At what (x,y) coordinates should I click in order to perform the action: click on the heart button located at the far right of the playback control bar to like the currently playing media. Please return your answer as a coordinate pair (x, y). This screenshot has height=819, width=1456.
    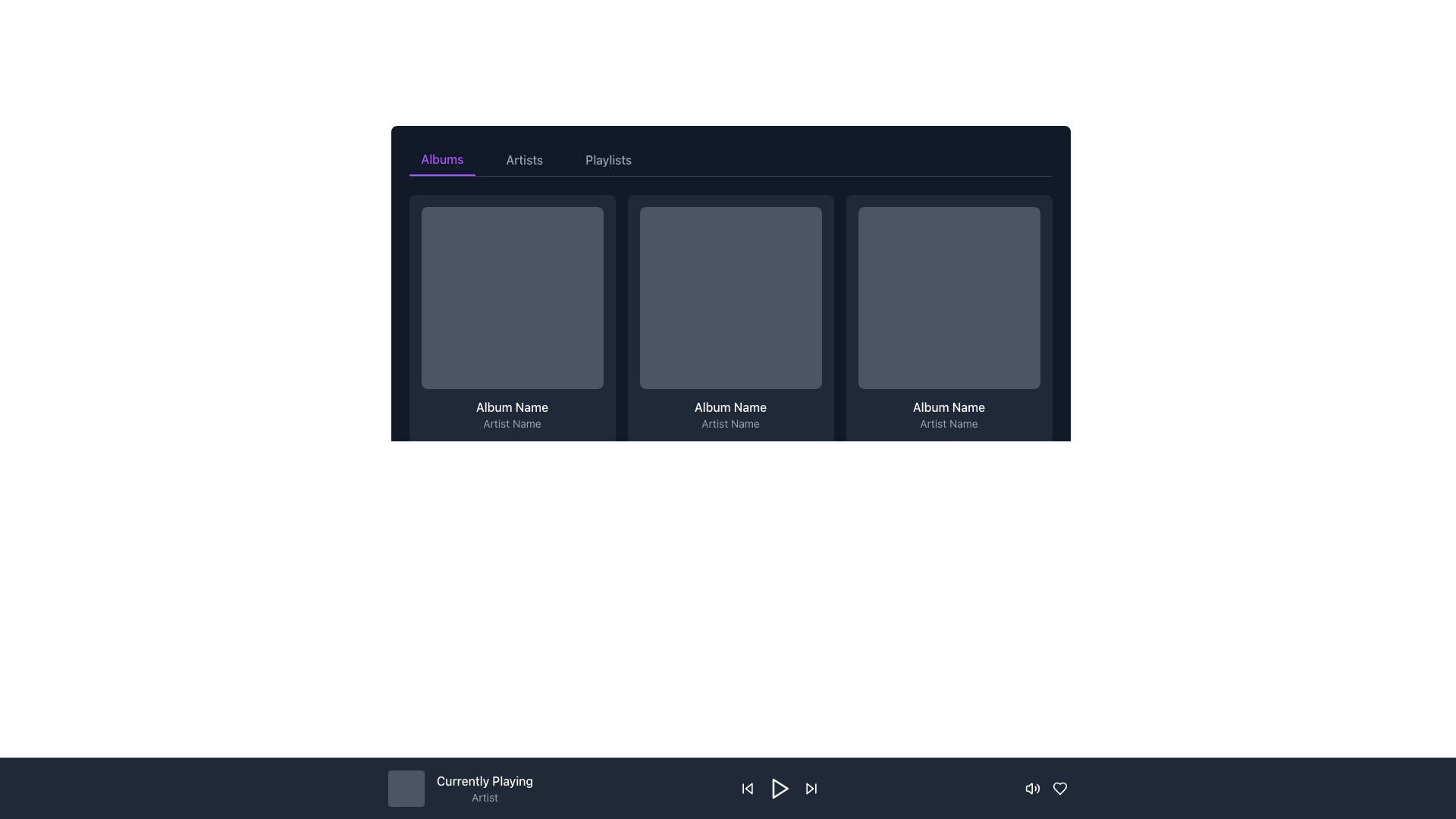
    Looking at the image, I should click on (1059, 788).